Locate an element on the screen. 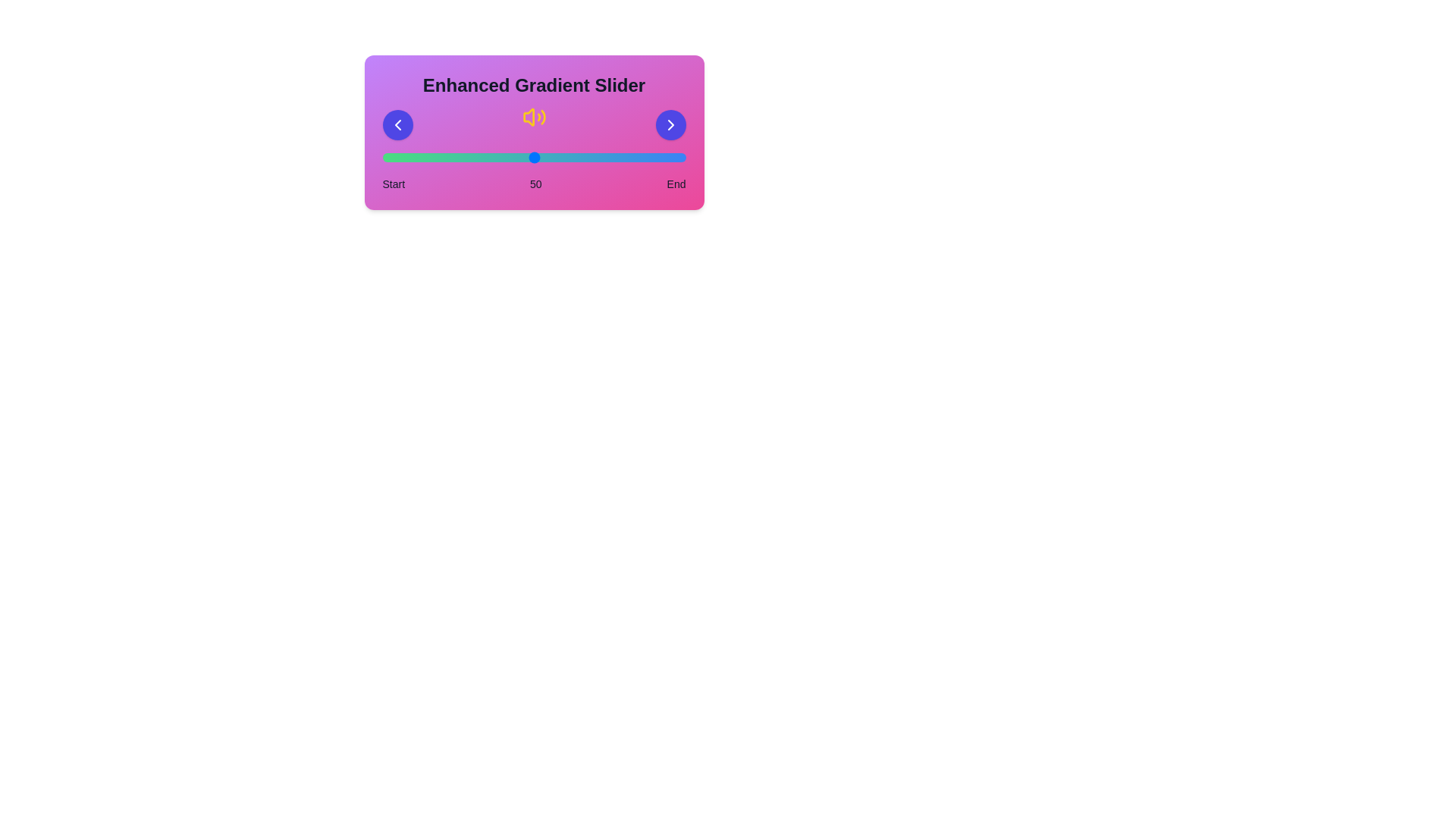 Image resolution: width=1456 pixels, height=819 pixels. the slider to the value 71 is located at coordinates (597, 158).